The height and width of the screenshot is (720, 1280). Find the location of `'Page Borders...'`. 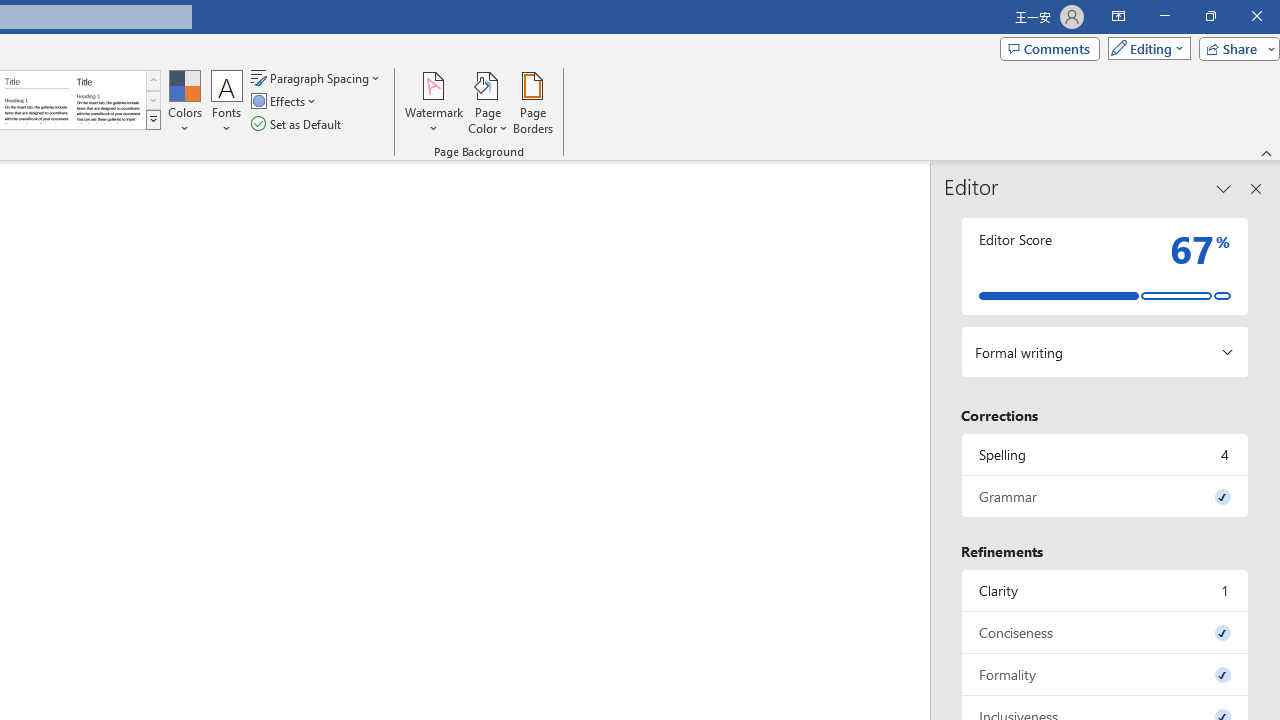

'Page Borders...' is located at coordinates (533, 103).